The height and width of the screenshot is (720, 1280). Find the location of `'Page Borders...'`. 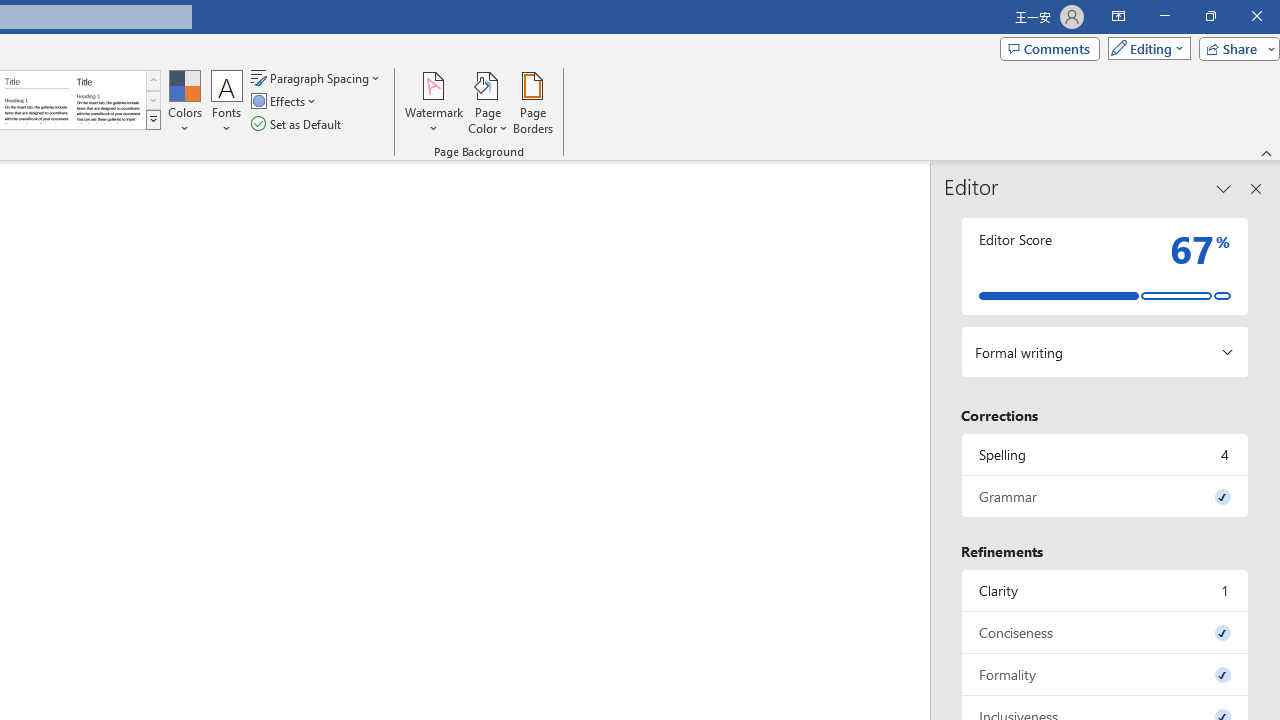

'Page Borders...' is located at coordinates (533, 103).